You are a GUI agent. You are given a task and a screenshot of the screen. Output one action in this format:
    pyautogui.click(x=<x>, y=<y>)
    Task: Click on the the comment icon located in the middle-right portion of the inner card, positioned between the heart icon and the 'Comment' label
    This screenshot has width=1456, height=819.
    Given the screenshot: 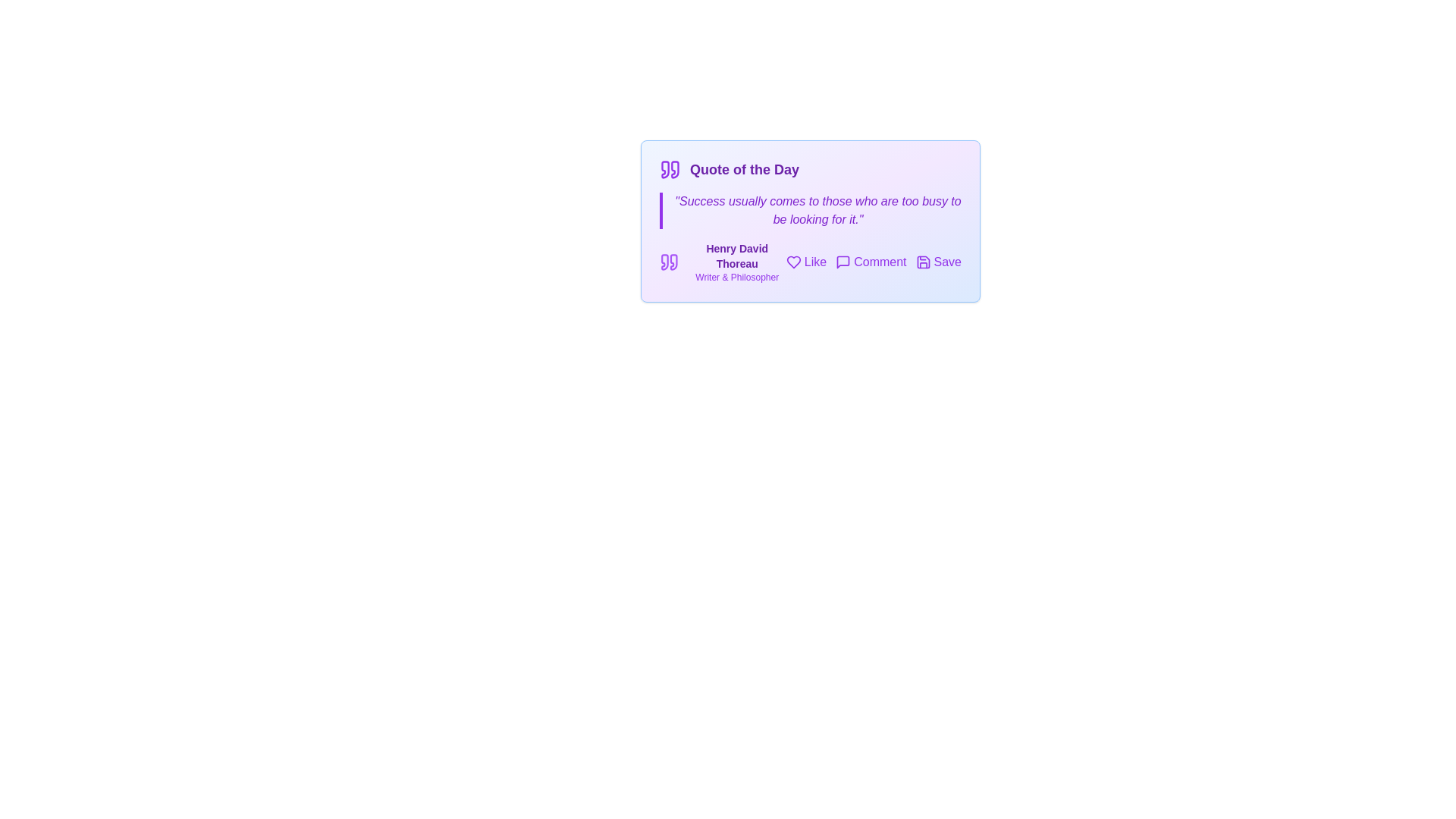 What is the action you would take?
    pyautogui.click(x=843, y=262)
    